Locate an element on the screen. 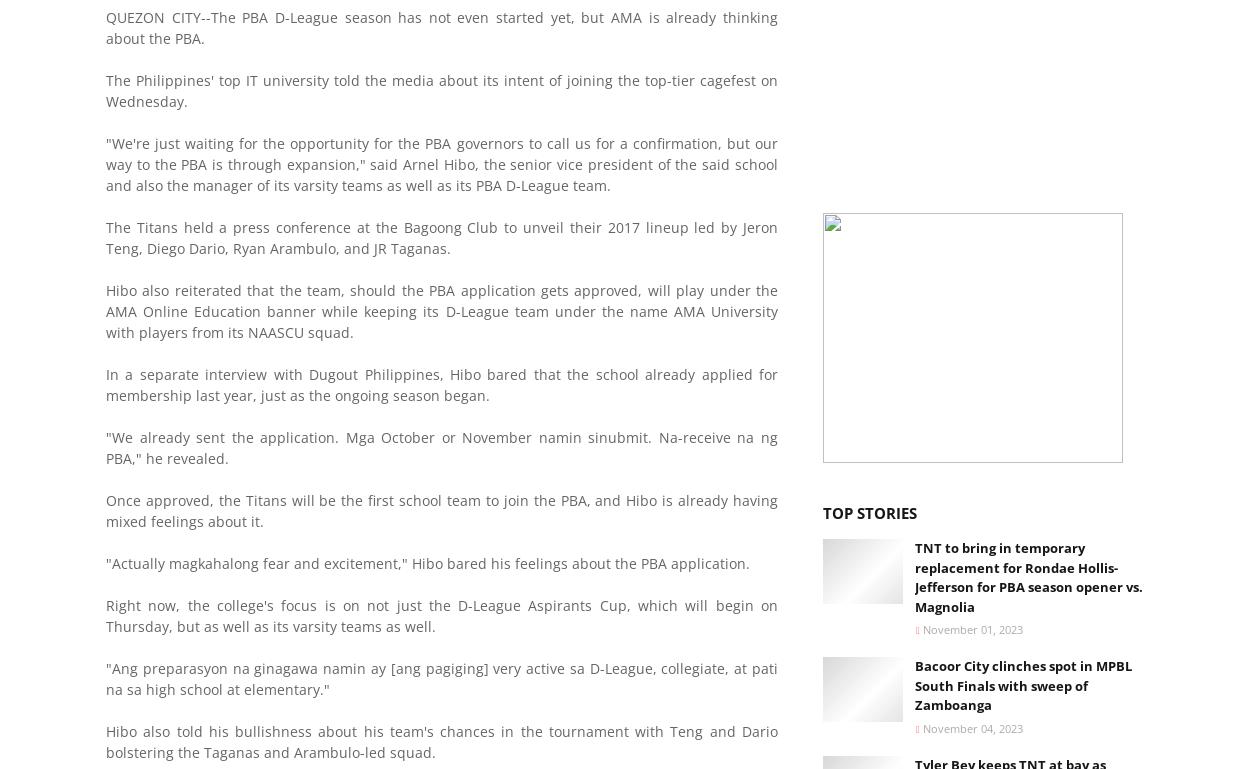 The width and height of the screenshot is (1250, 769). 'TNT to bring in temporary replacement for Rondae Hollis-Jefferson for PBA season opener vs. Magnolia' is located at coordinates (1029, 576).